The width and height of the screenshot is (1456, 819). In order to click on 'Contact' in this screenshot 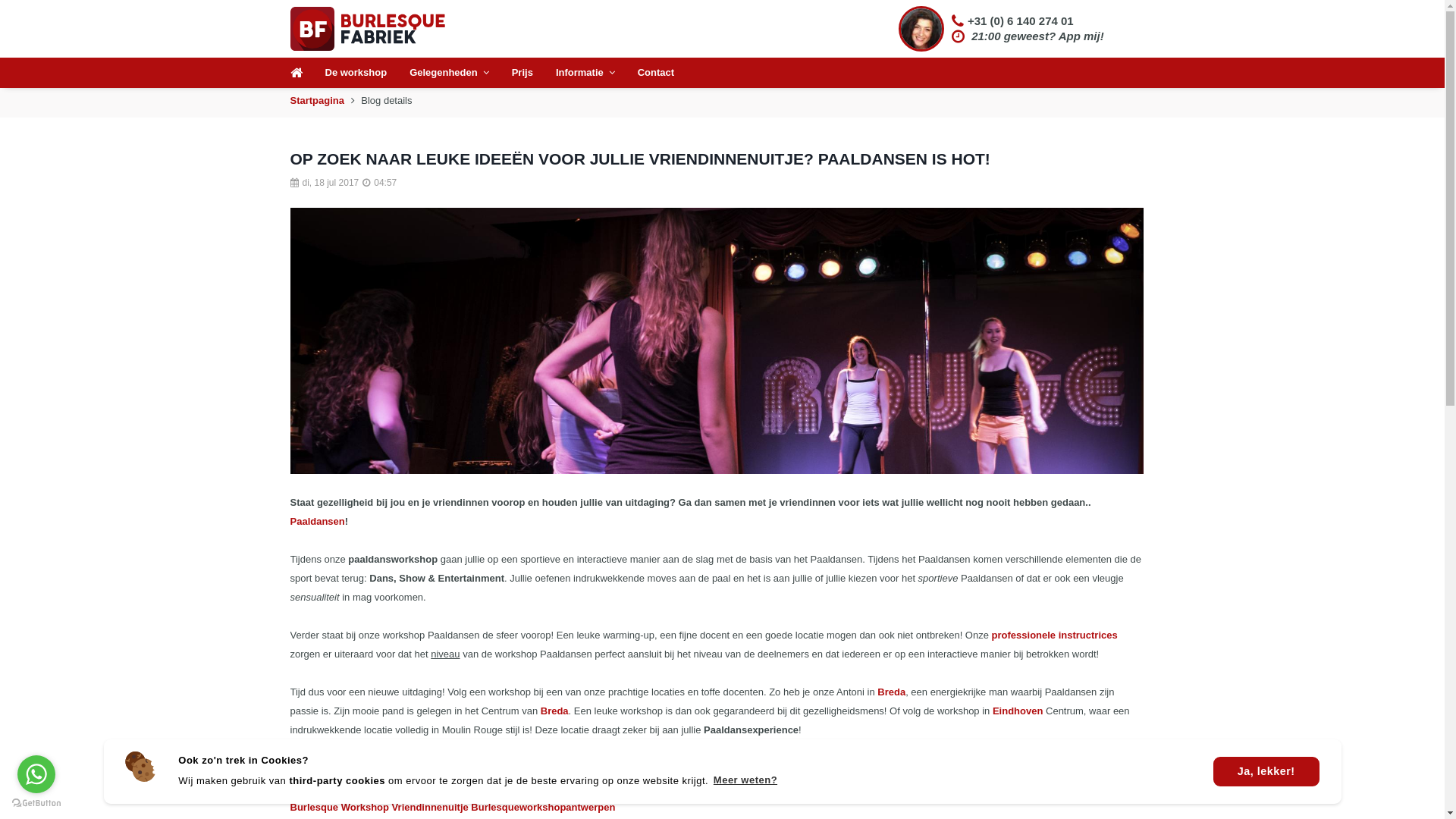, I will do `click(655, 73)`.